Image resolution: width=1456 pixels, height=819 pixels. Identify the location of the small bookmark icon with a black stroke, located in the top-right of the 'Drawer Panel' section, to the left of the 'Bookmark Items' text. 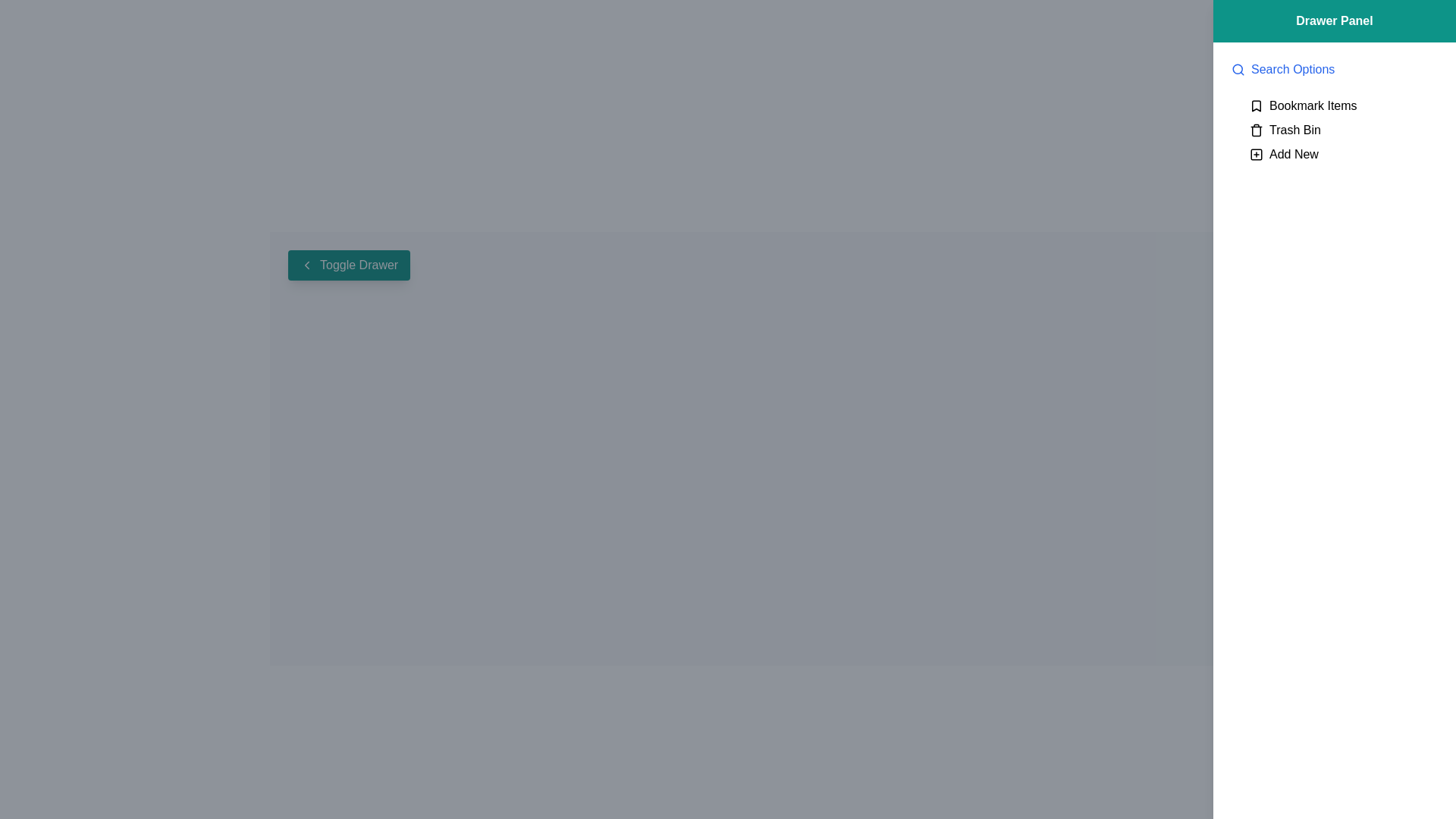
(1256, 105).